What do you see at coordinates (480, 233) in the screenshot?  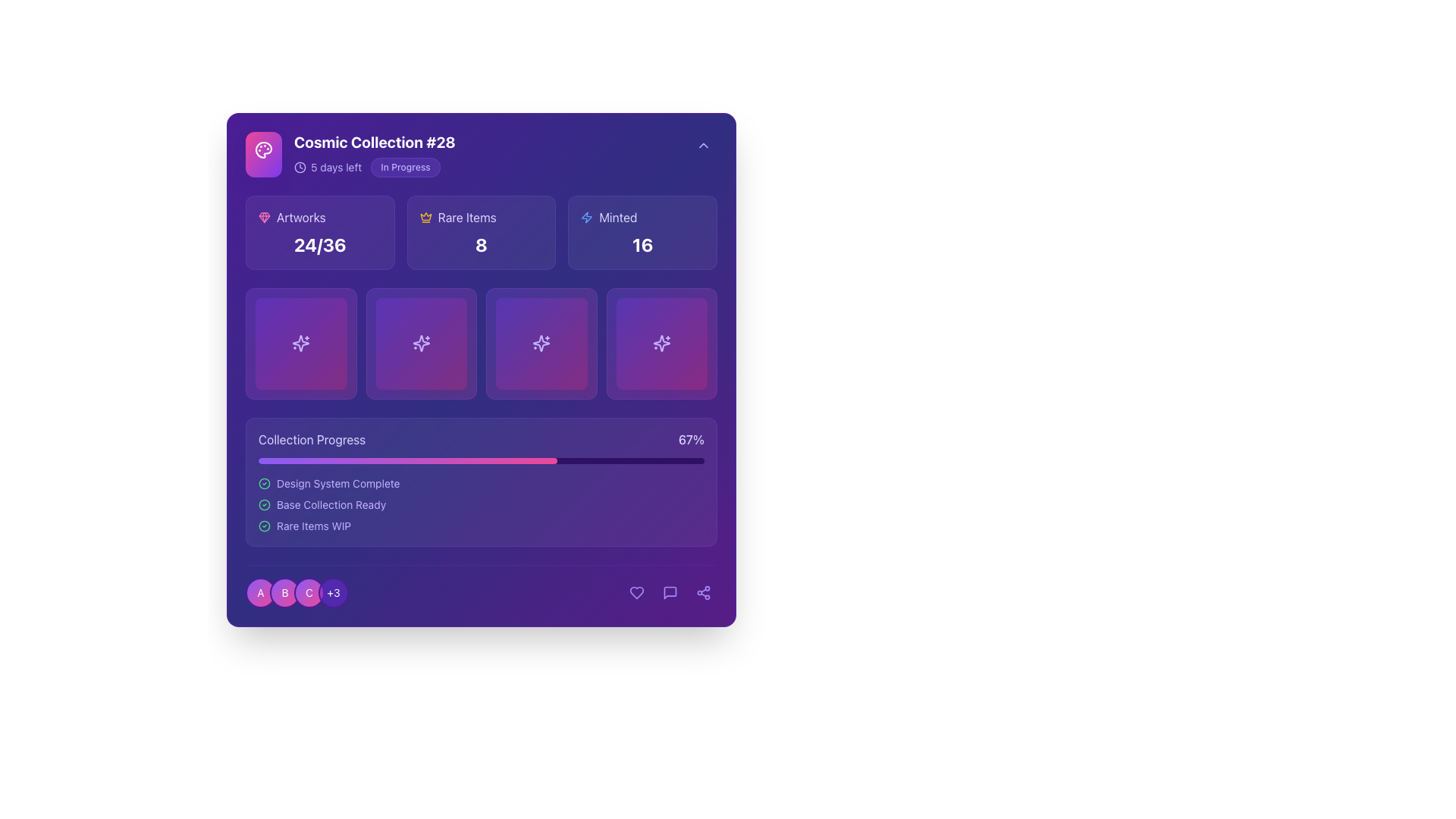 I see `the Data card displaying information about the rarity of items in the collection, located in the second column of a three-column layout` at bounding box center [480, 233].